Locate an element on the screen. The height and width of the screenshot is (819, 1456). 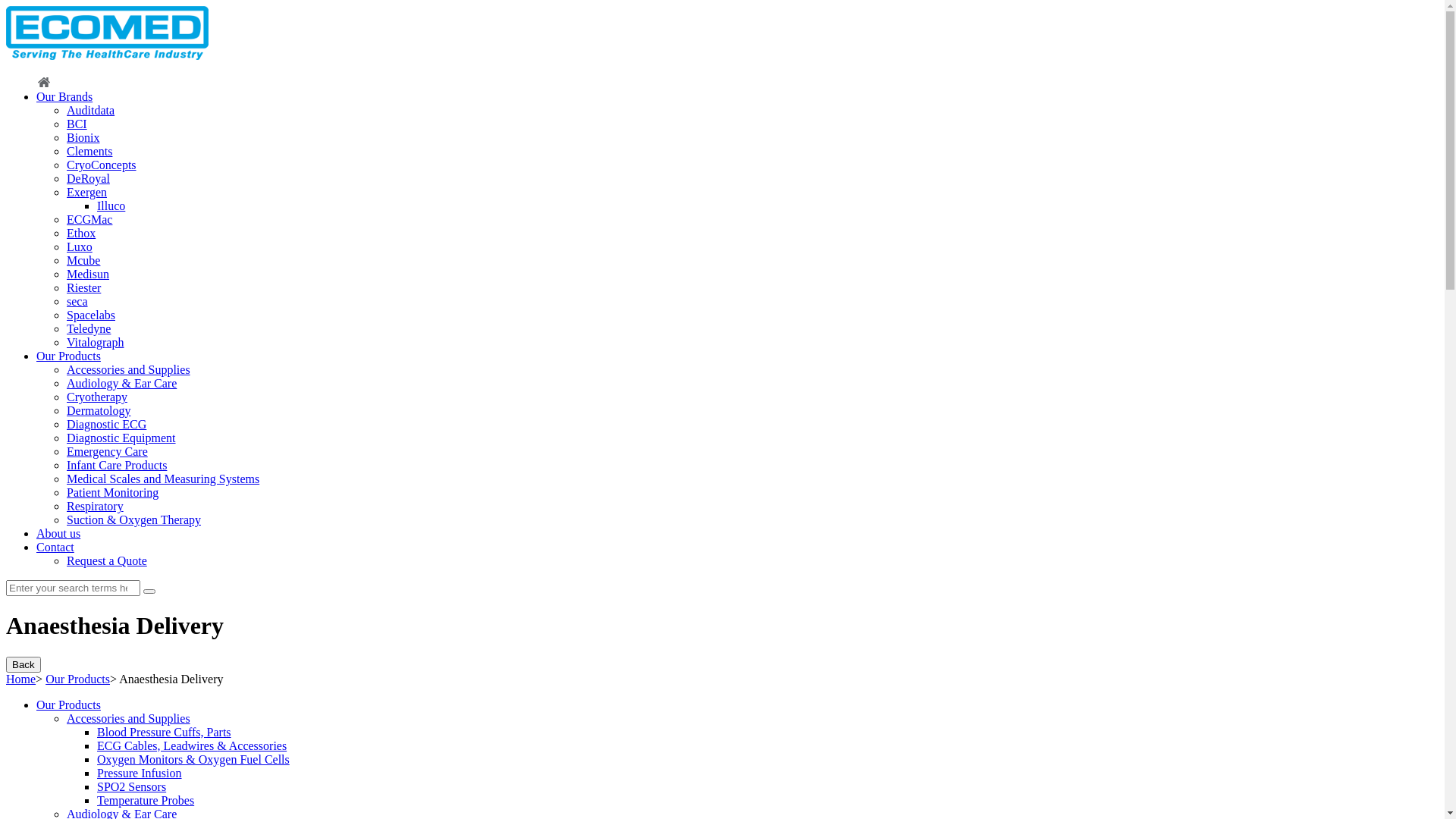
'Mcube' is located at coordinates (83, 259).